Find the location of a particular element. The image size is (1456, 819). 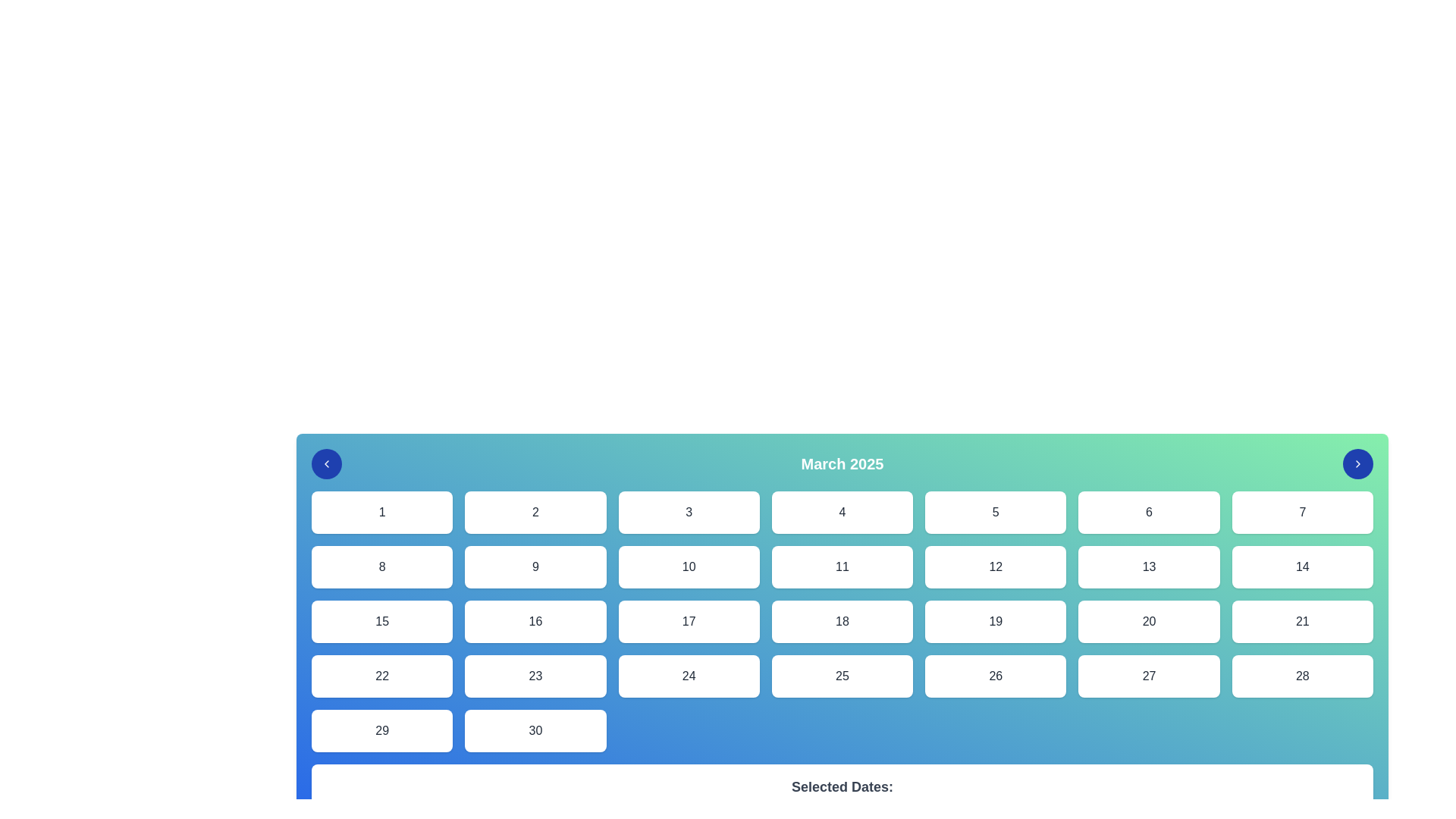

the calendar button representing the 4th day of the month is located at coordinates (841, 512).